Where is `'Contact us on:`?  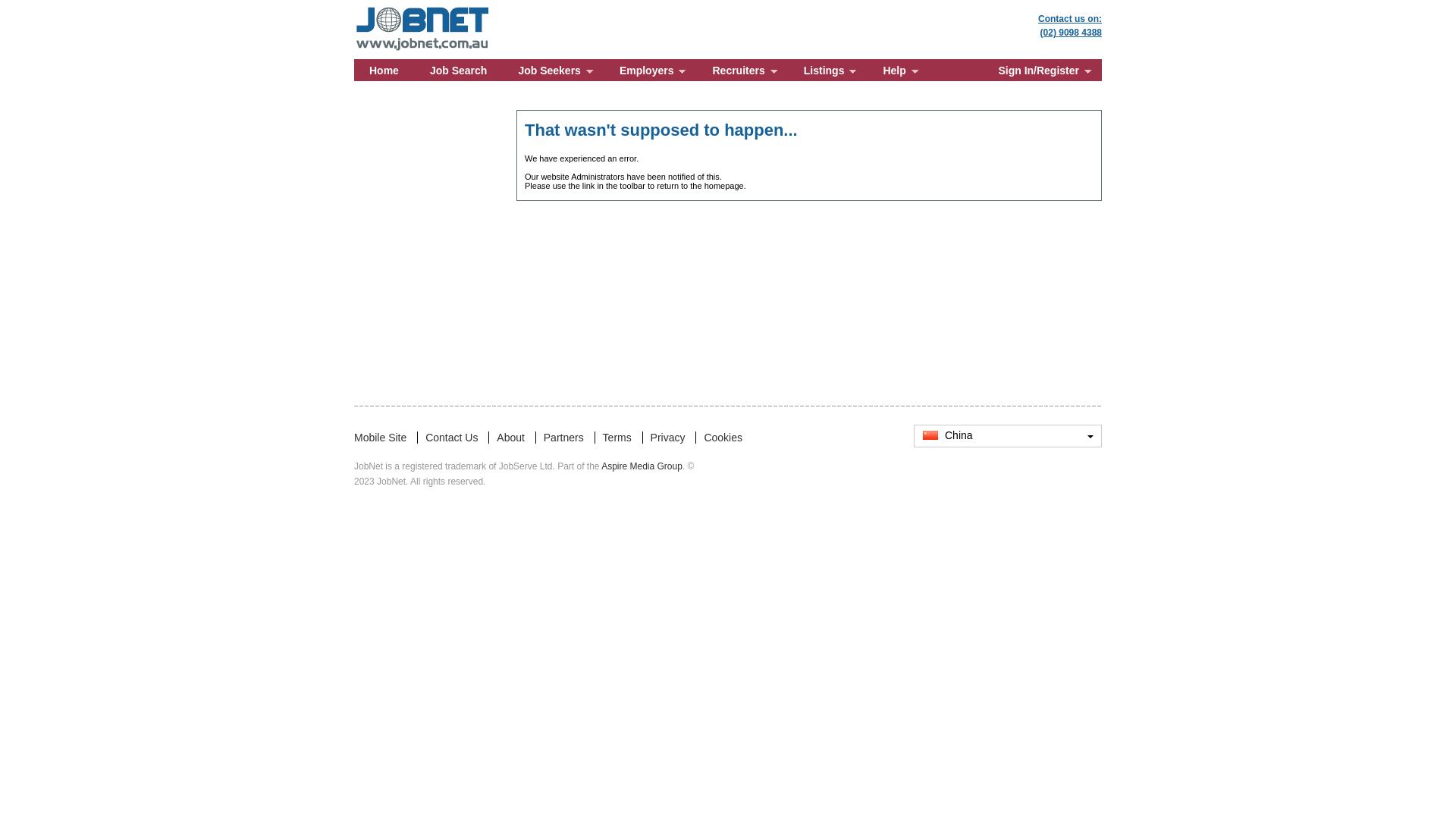
'Contact us on: is located at coordinates (1037, 26).